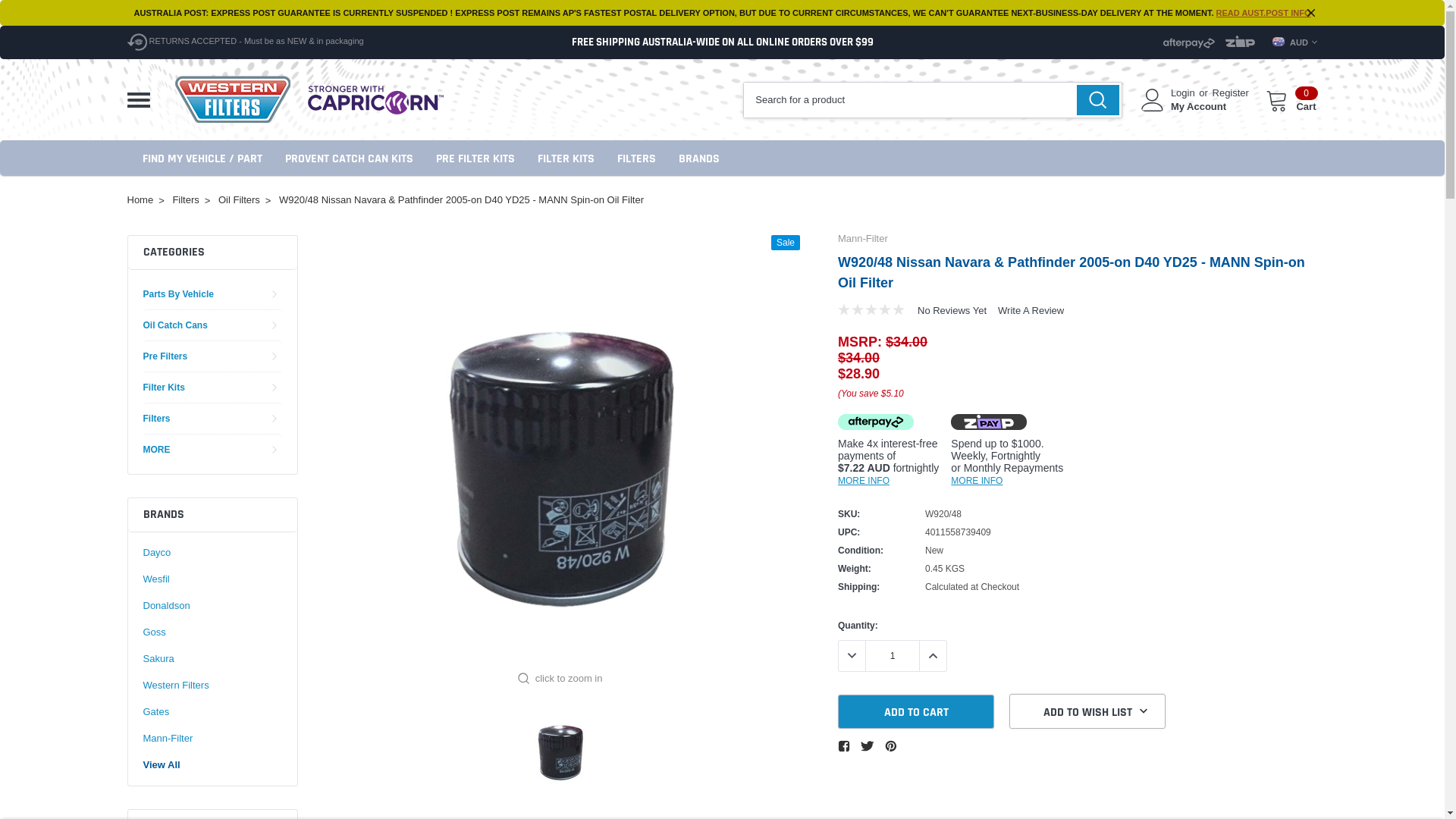 Image resolution: width=1456 pixels, height=819 pixels. What do you see at coordinates (1031, 309) in the screenshot?
I see `'Write A Review'` at bounding box center [1031, 309].